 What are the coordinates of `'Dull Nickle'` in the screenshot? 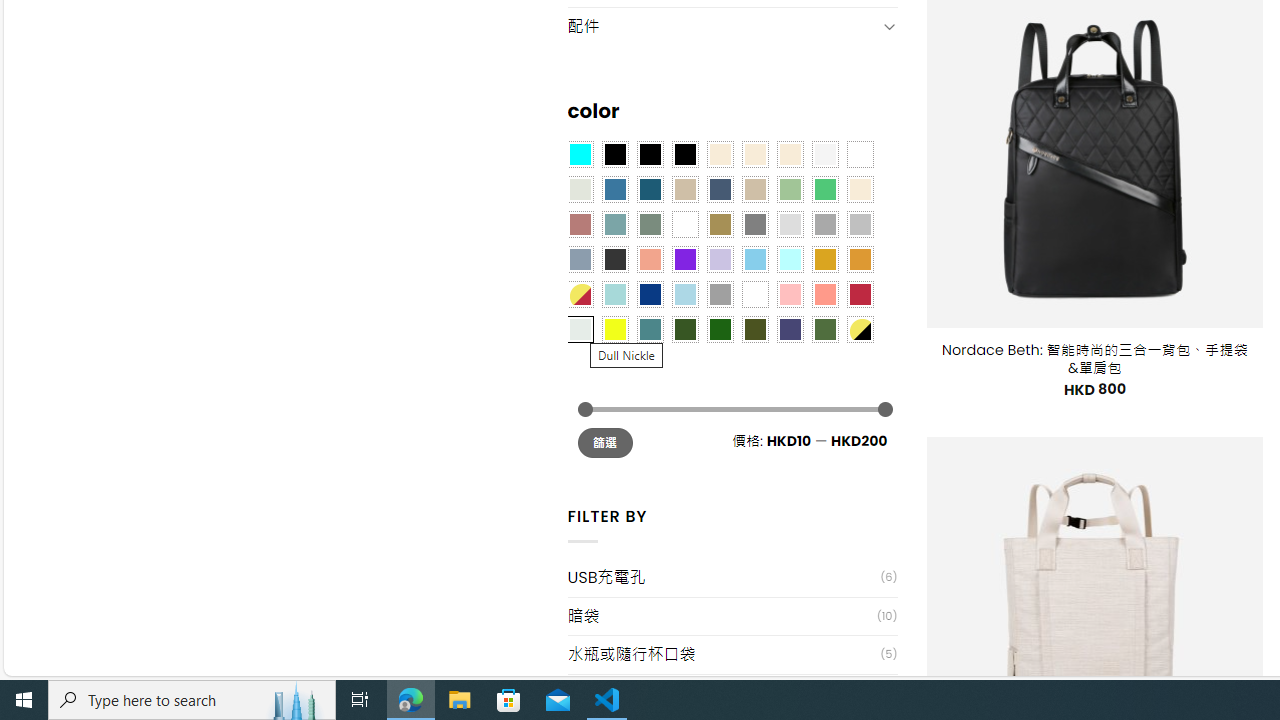 It's located at (578, 328).